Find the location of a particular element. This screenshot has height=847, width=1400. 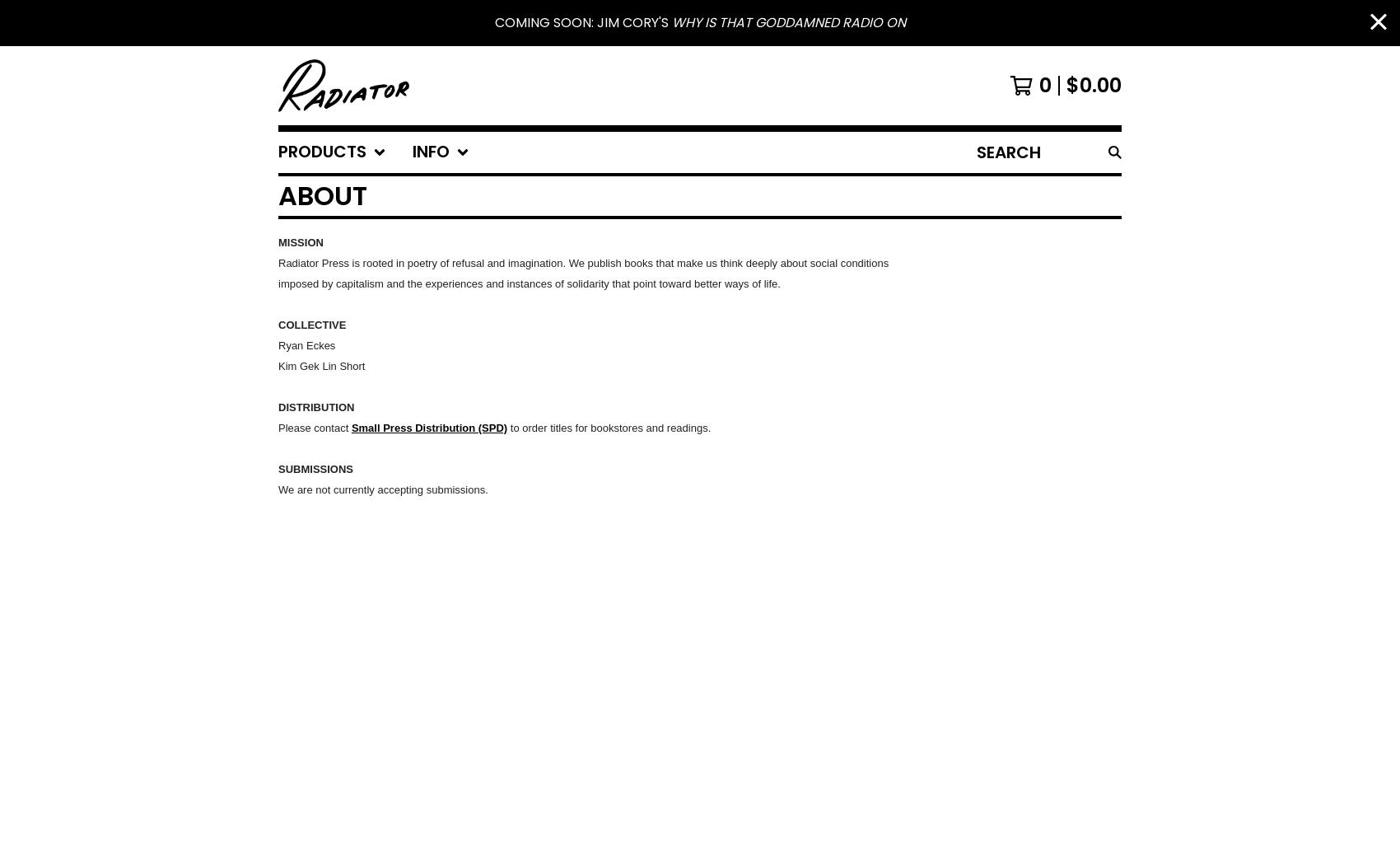

'Products' is located at coordinates (321, 152).